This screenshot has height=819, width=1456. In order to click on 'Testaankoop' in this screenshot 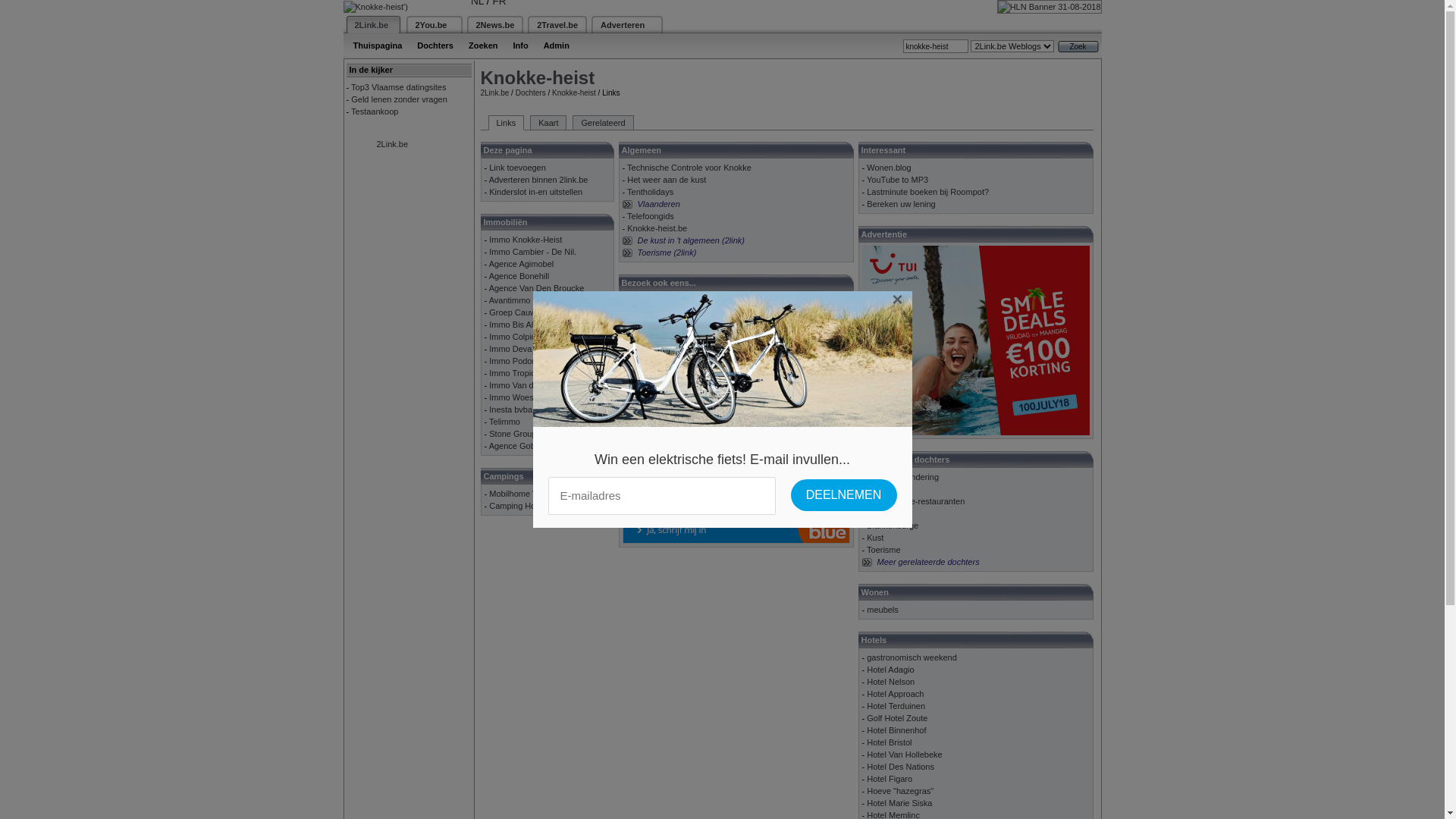, I will do `click(375, 110)`.